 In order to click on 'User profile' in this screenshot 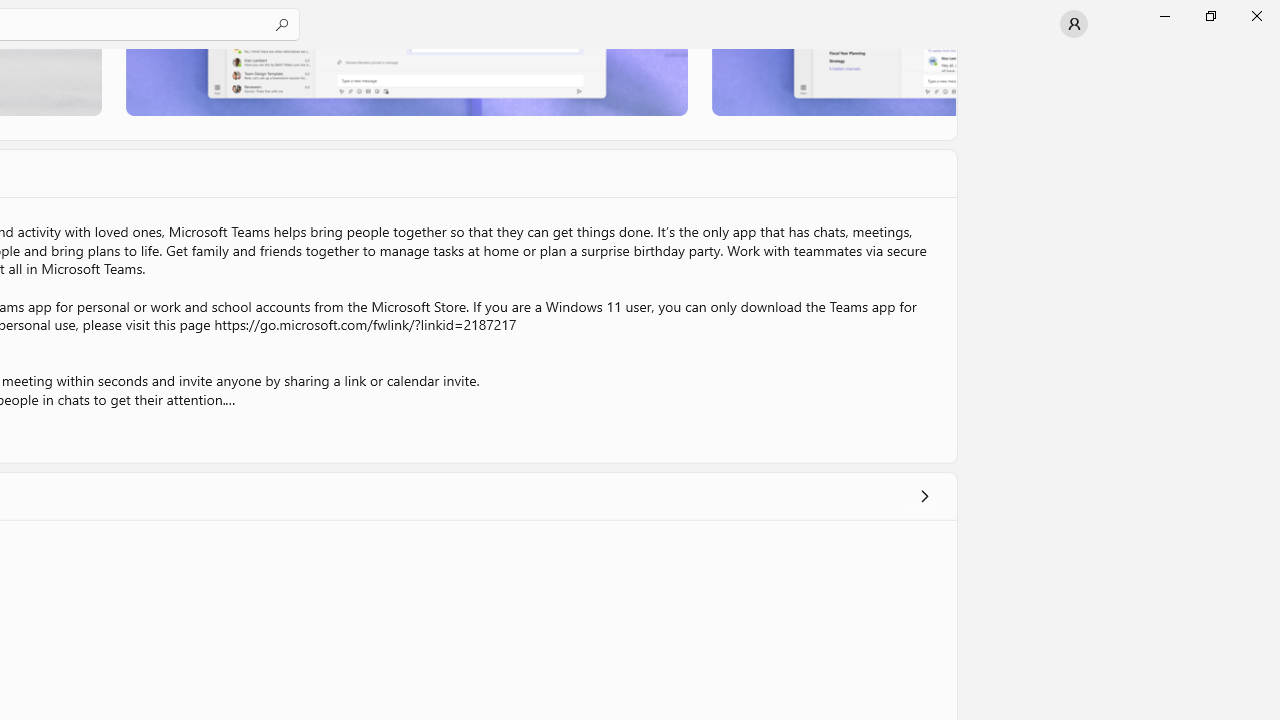, I will do `click(1072, 24)`.